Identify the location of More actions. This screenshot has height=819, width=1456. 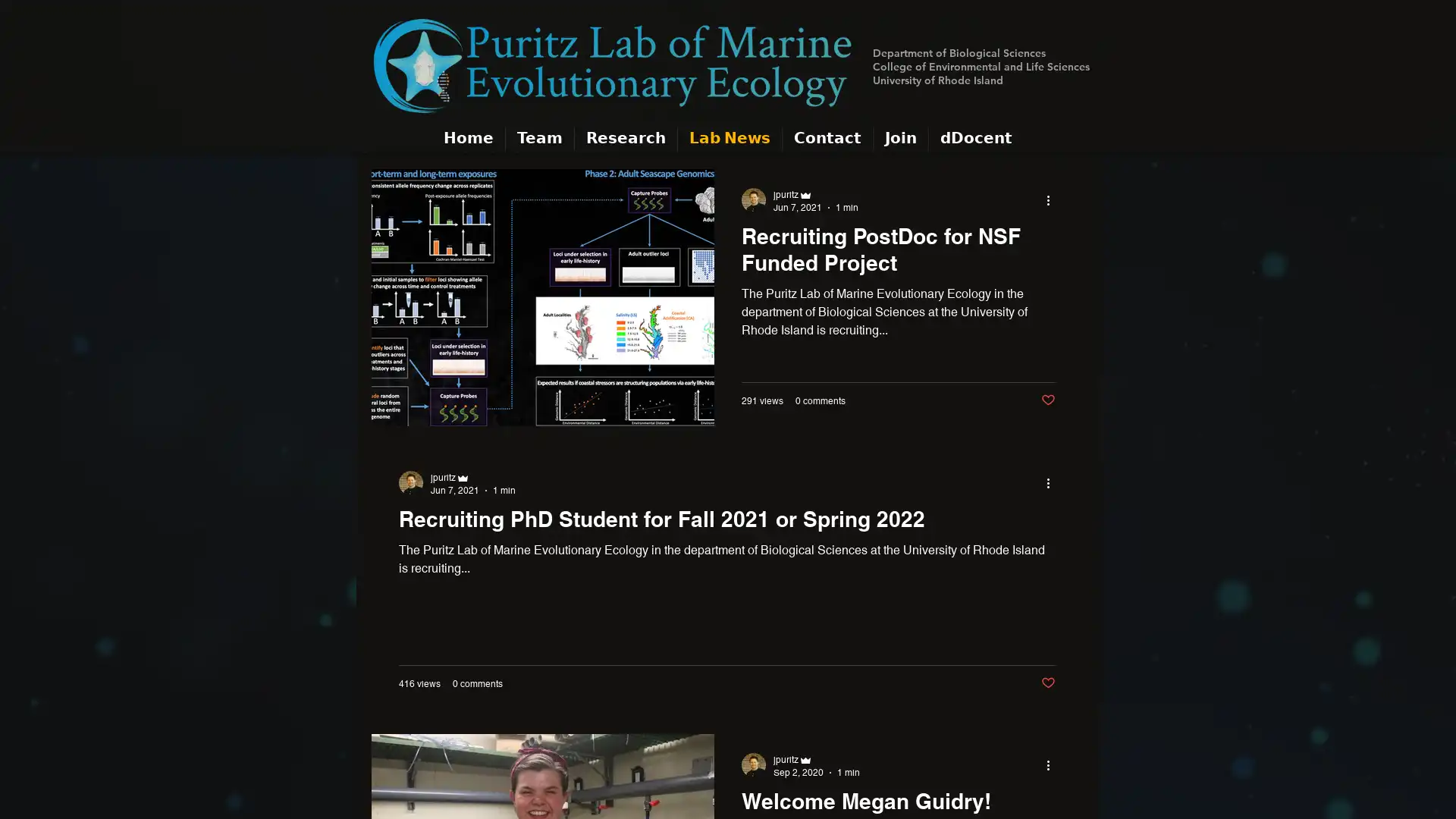
(1052, 482).